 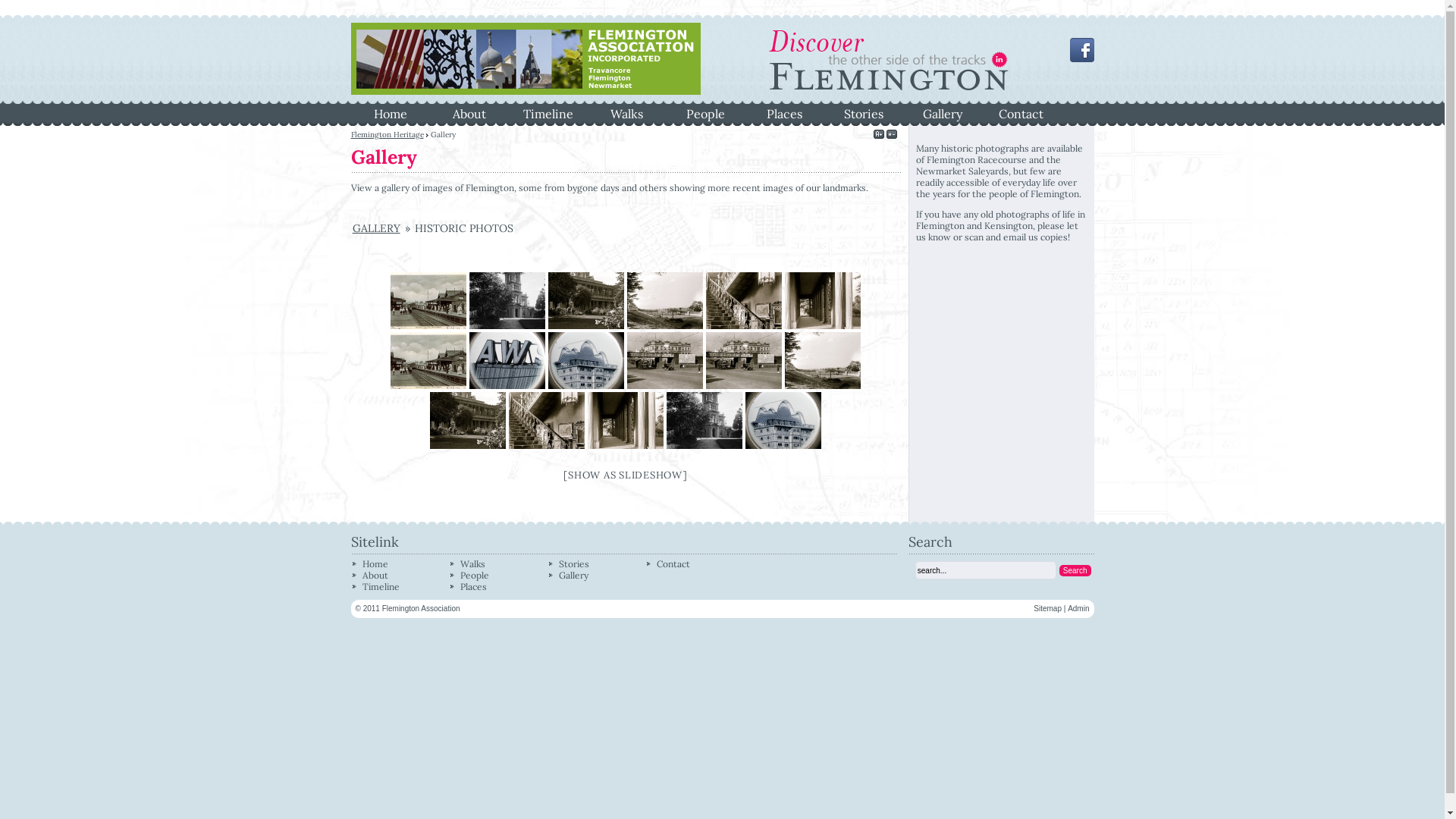 What do you see at coordinates (1046, 607) in the screenshot?
I see `'Sitemap'` at bounding box center [1046, 607].